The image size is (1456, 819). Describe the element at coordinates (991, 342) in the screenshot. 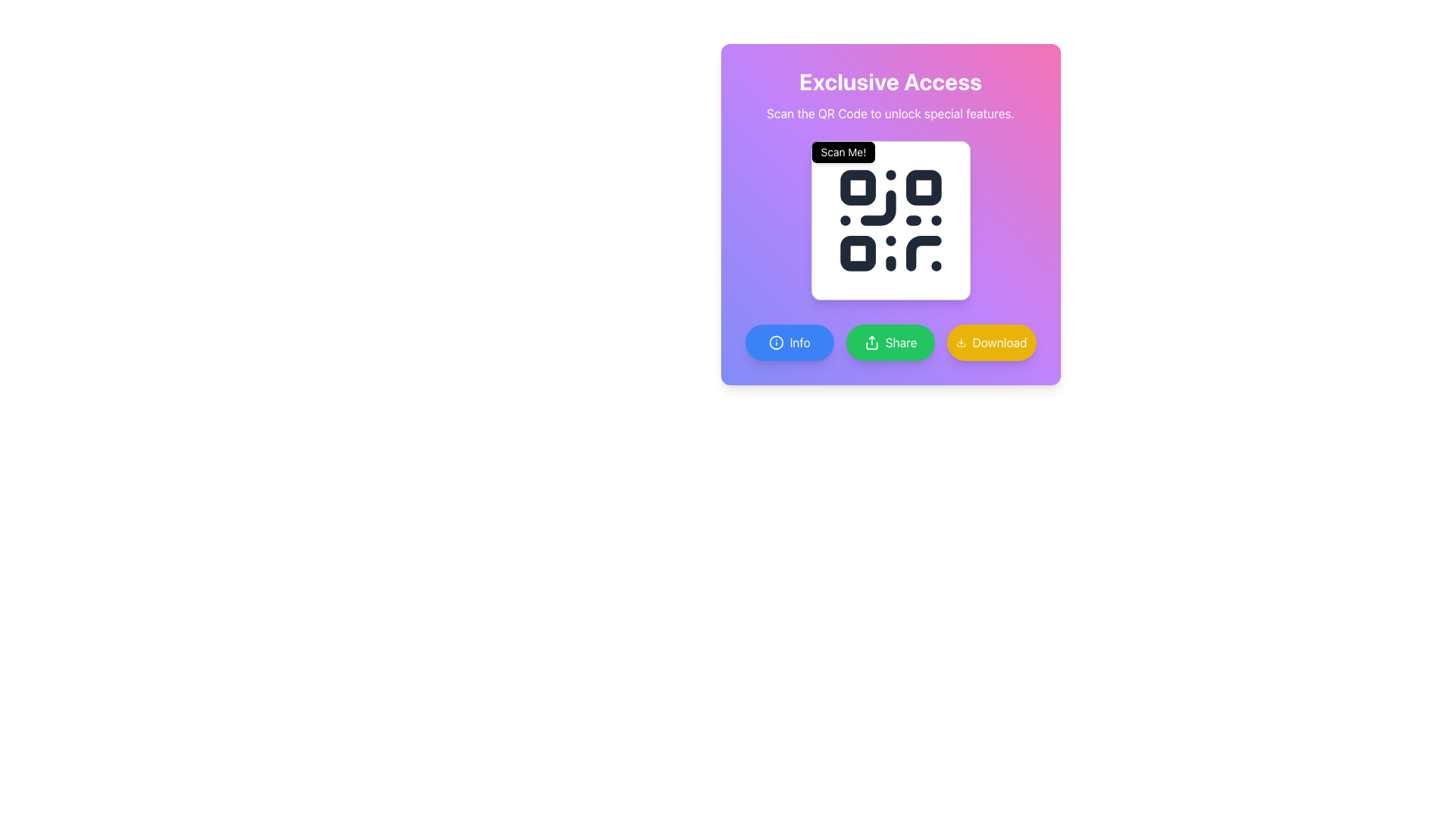

I see `the rounded yellow 'Download' button located at the bottom-right corner of the card to initiate the download process` at that location.